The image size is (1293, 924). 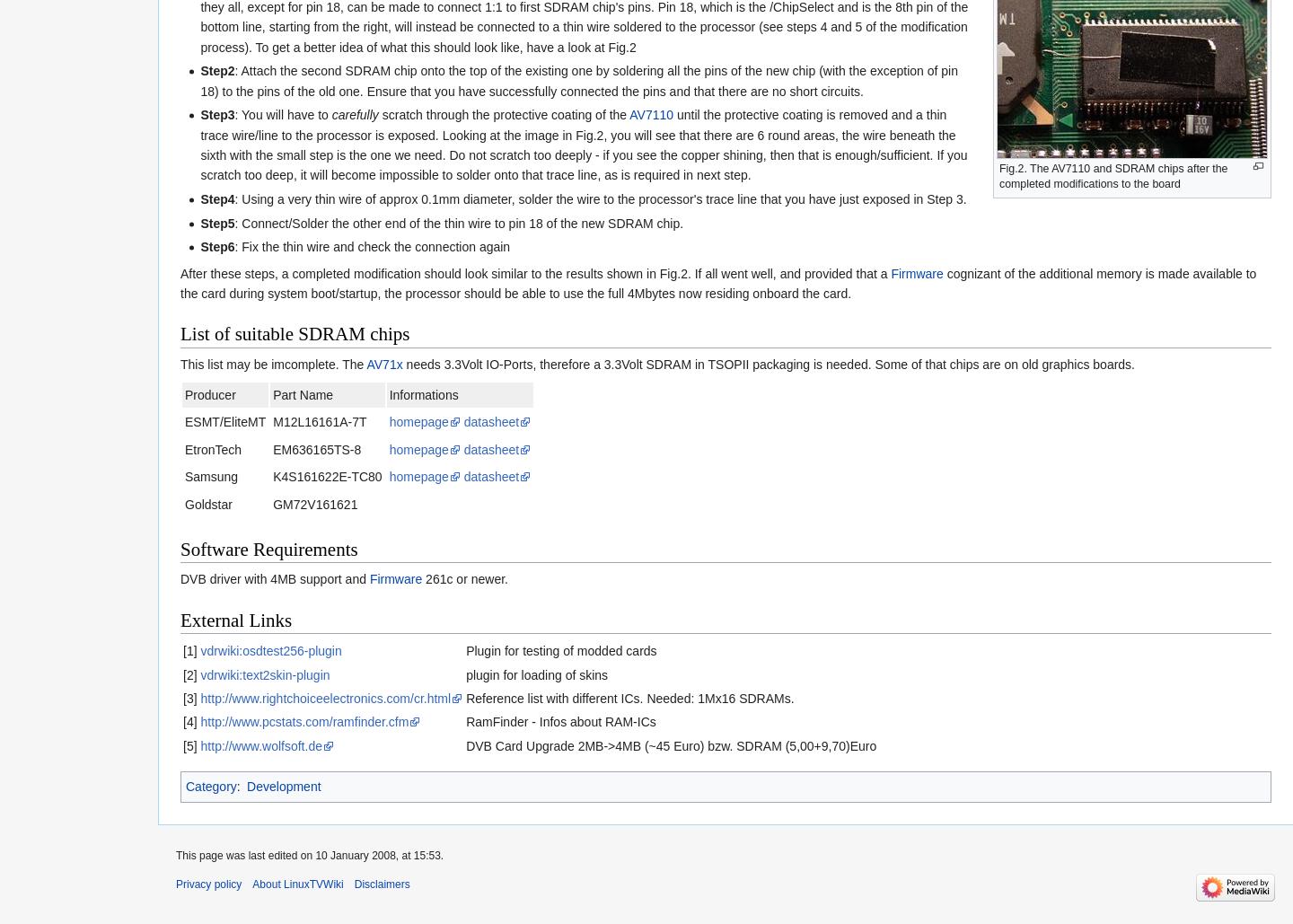 I want to click on 'K4S161622E-TC80', so click(x=326, y=475).